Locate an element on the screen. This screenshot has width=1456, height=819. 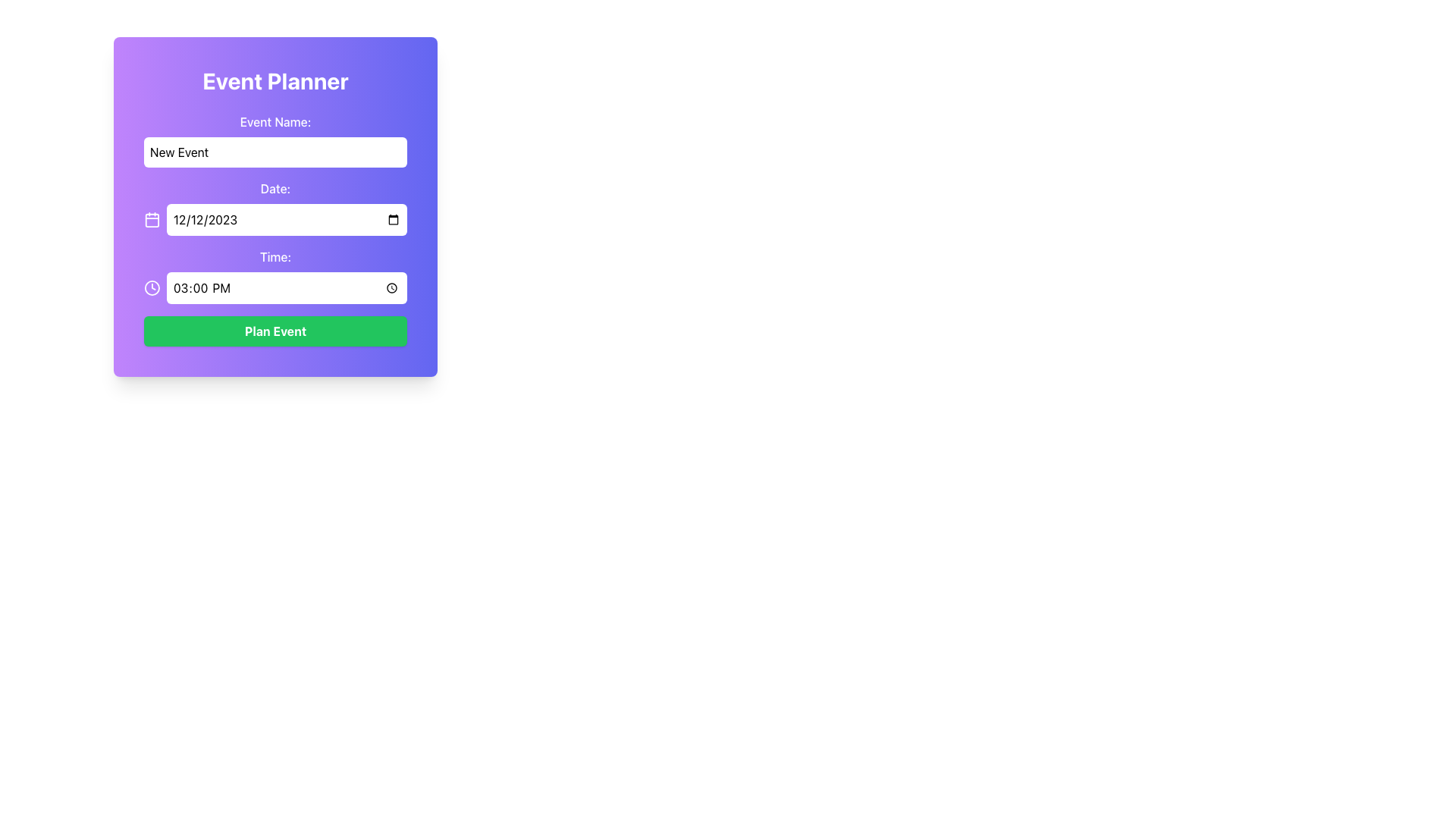
the rounded rectangle area representing the background of the calendar icon in the date input field, located to the leftmost side of the 'Date' input label is located at coordinates (152, 220).